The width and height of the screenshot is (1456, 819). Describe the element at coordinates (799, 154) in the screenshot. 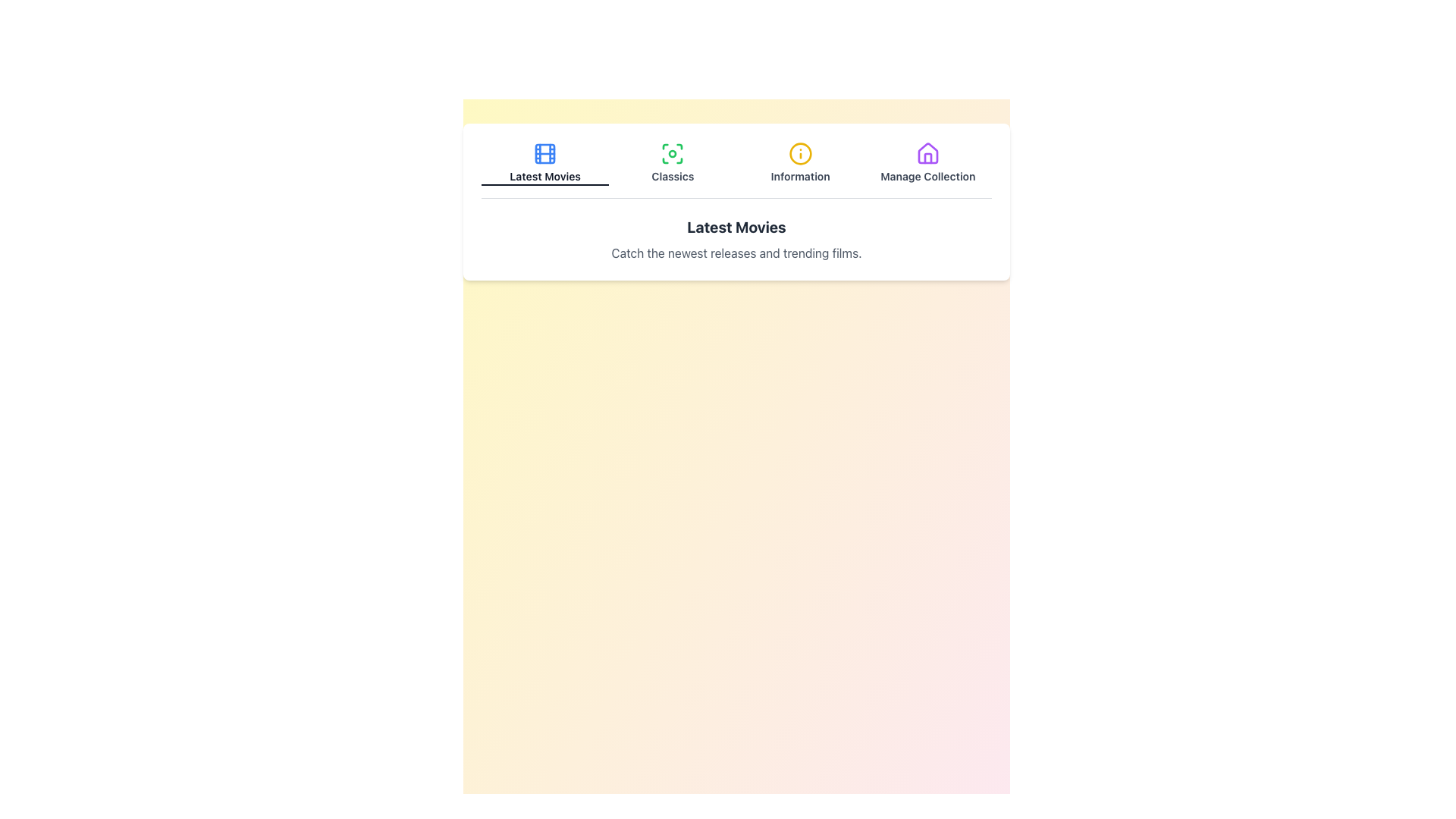

I see `the 'Information' icon located in the top-center navigation menu, which is the third icon from the left` at that location.